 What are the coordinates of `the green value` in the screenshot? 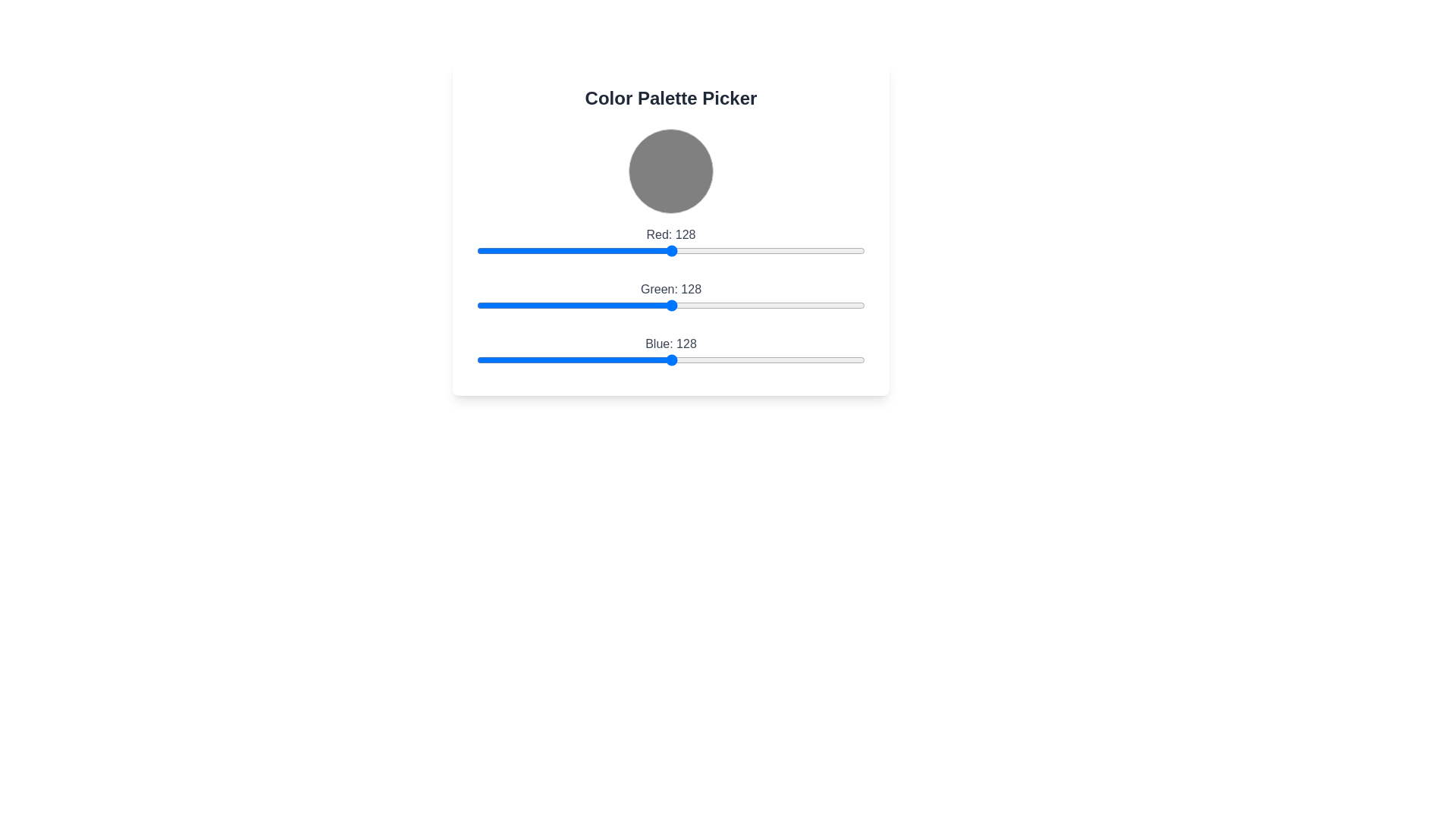 It's located at (656, 305).